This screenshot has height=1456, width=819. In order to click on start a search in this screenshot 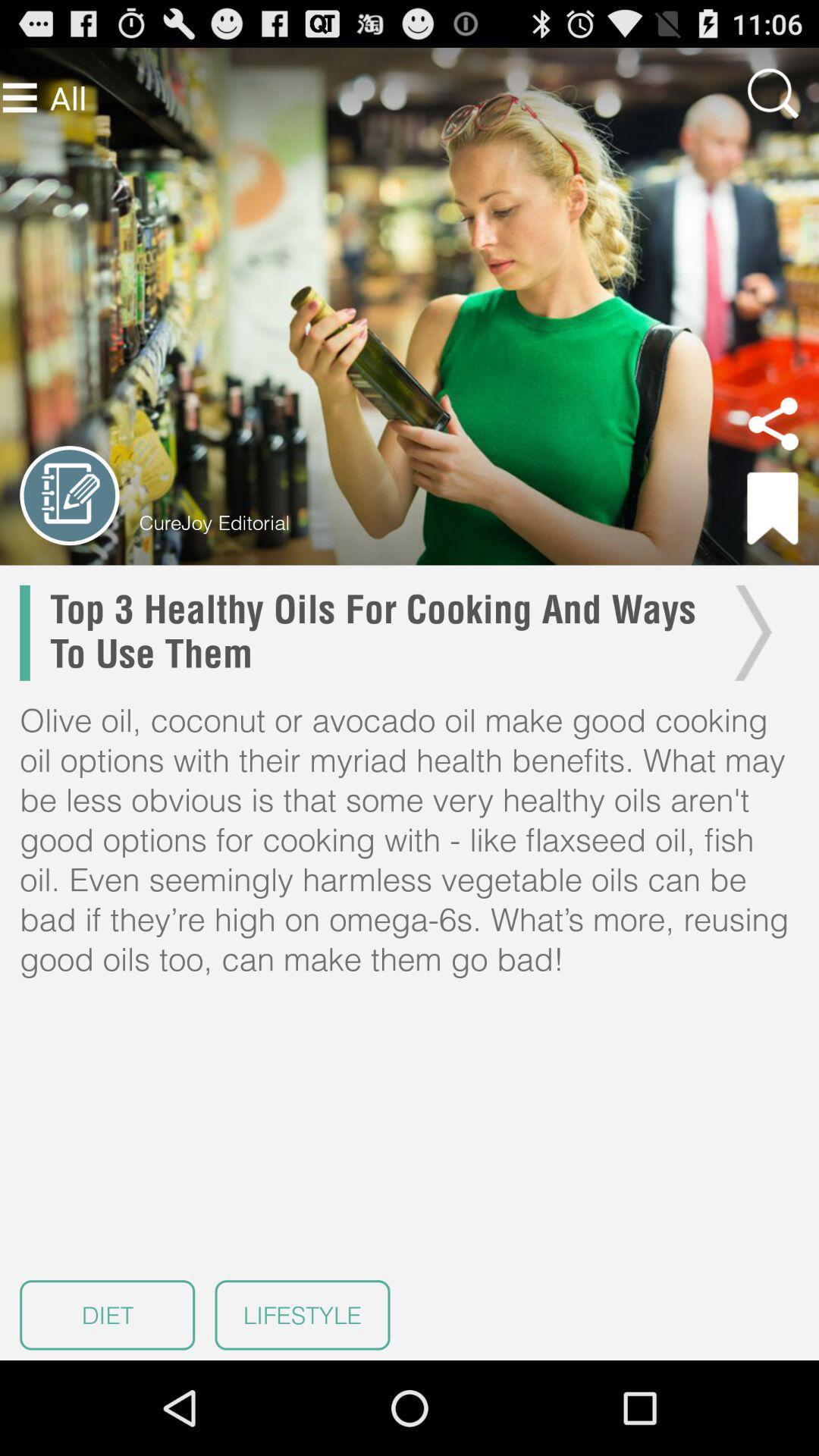, I will do `click(773, 93)`.